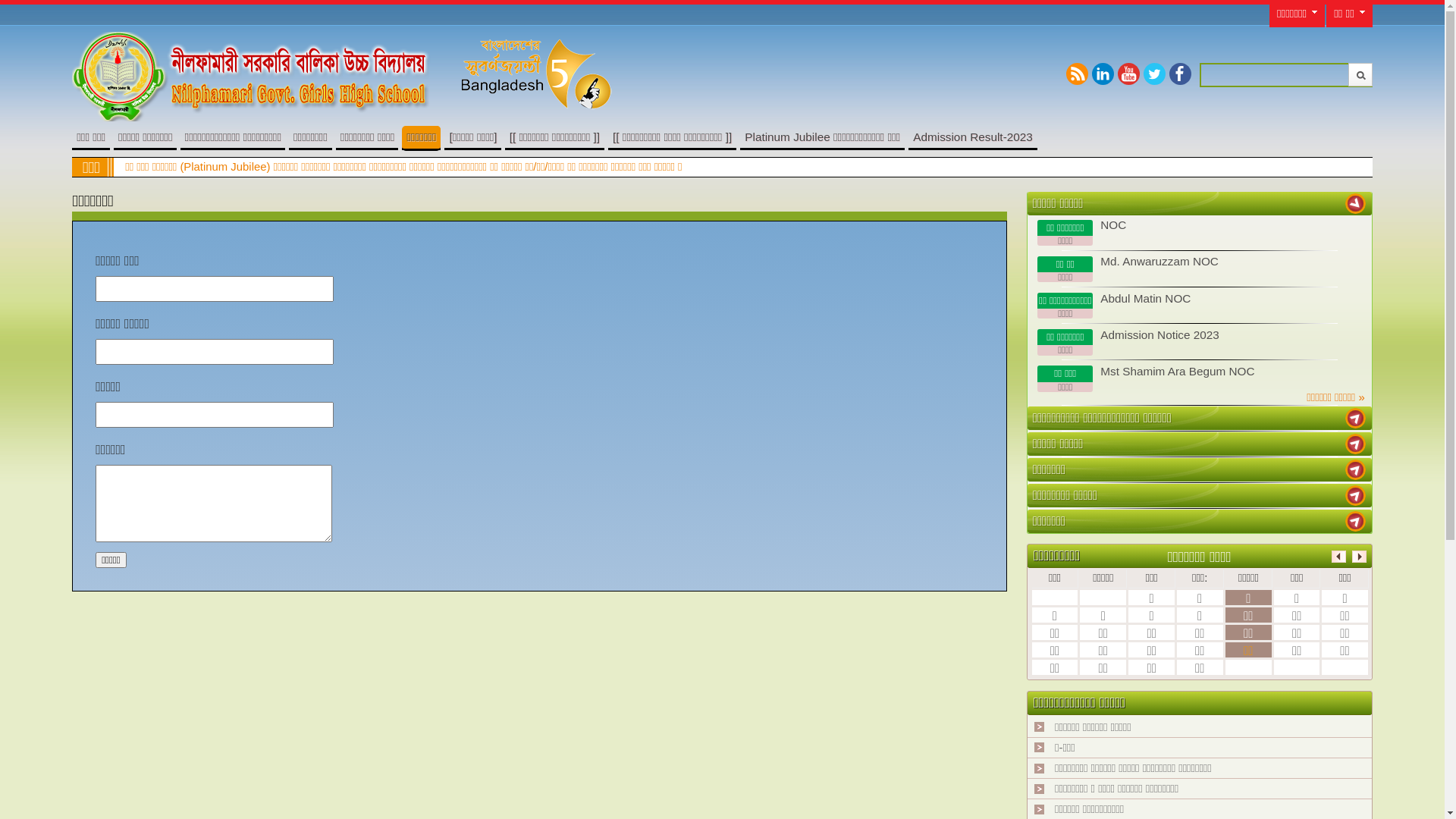 The width and height of the screenshot is (1456, 819). I want to click on ' ', so click(1355, 495).